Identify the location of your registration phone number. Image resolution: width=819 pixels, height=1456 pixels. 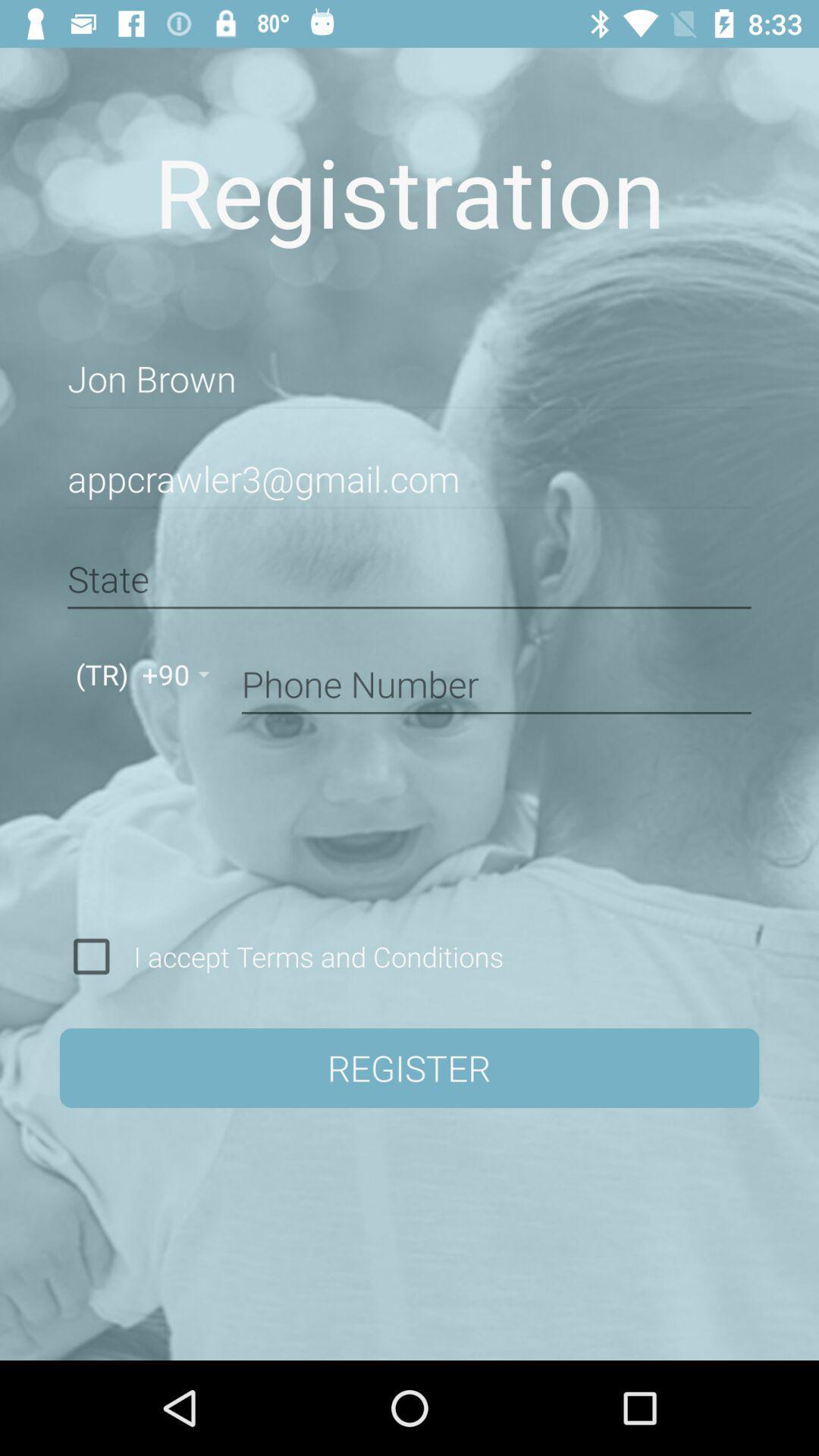
(496, 681).